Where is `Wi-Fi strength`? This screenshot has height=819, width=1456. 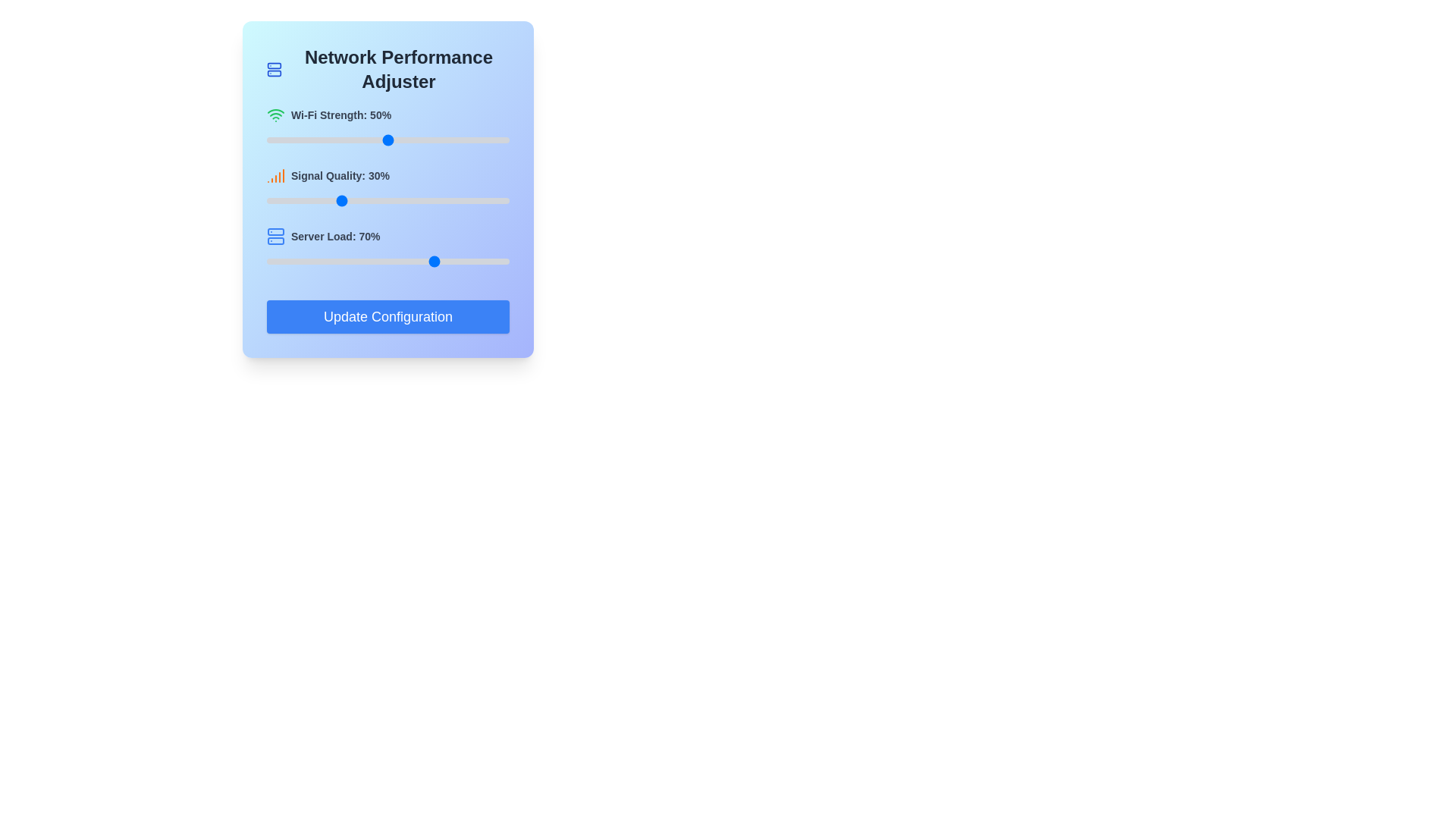
Wi-Fi strength is located at coordinates (425, 140).